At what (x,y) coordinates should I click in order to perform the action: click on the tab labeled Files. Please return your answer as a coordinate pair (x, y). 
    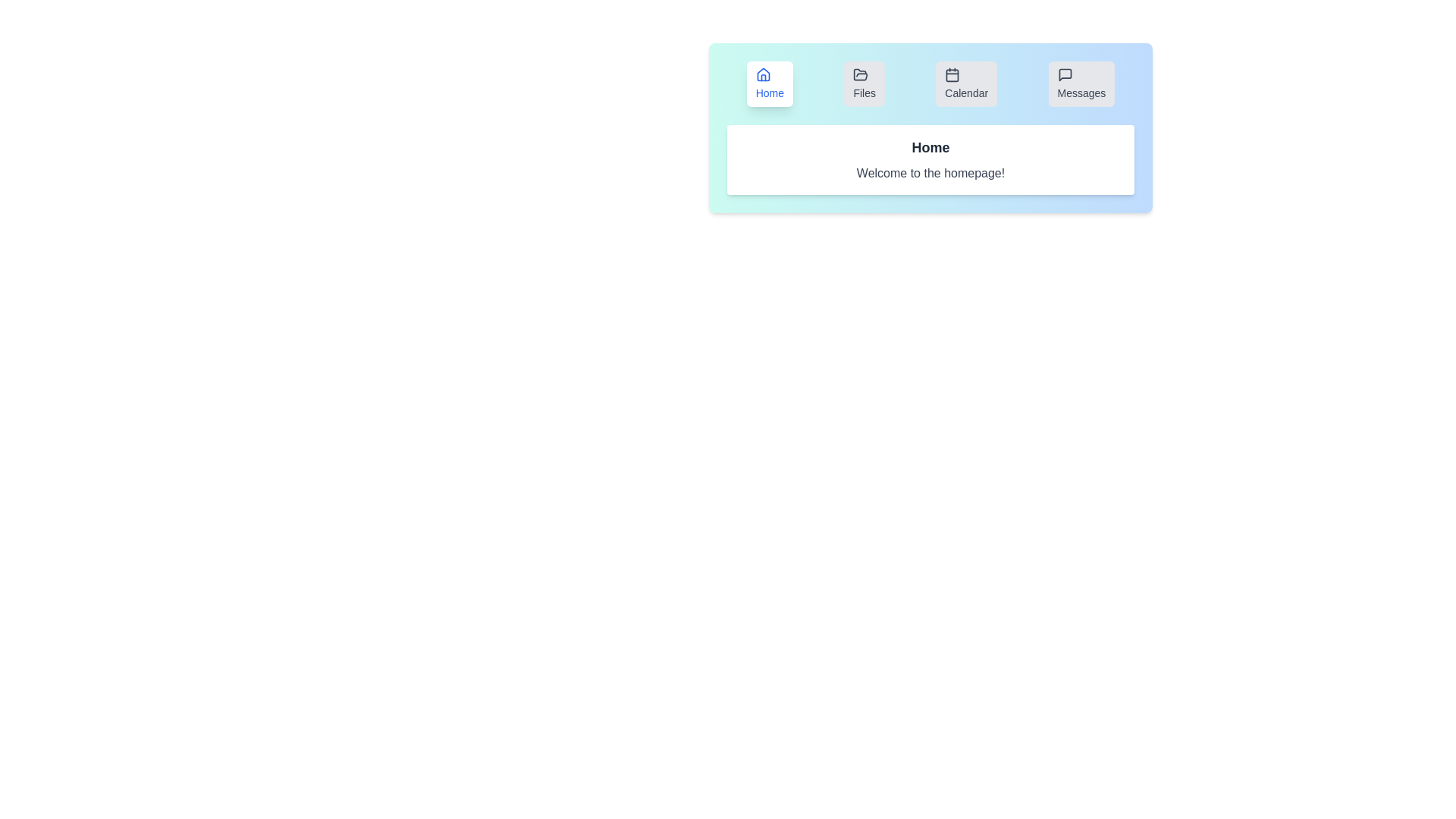
    Looking at the image, I should click on (864, 84).